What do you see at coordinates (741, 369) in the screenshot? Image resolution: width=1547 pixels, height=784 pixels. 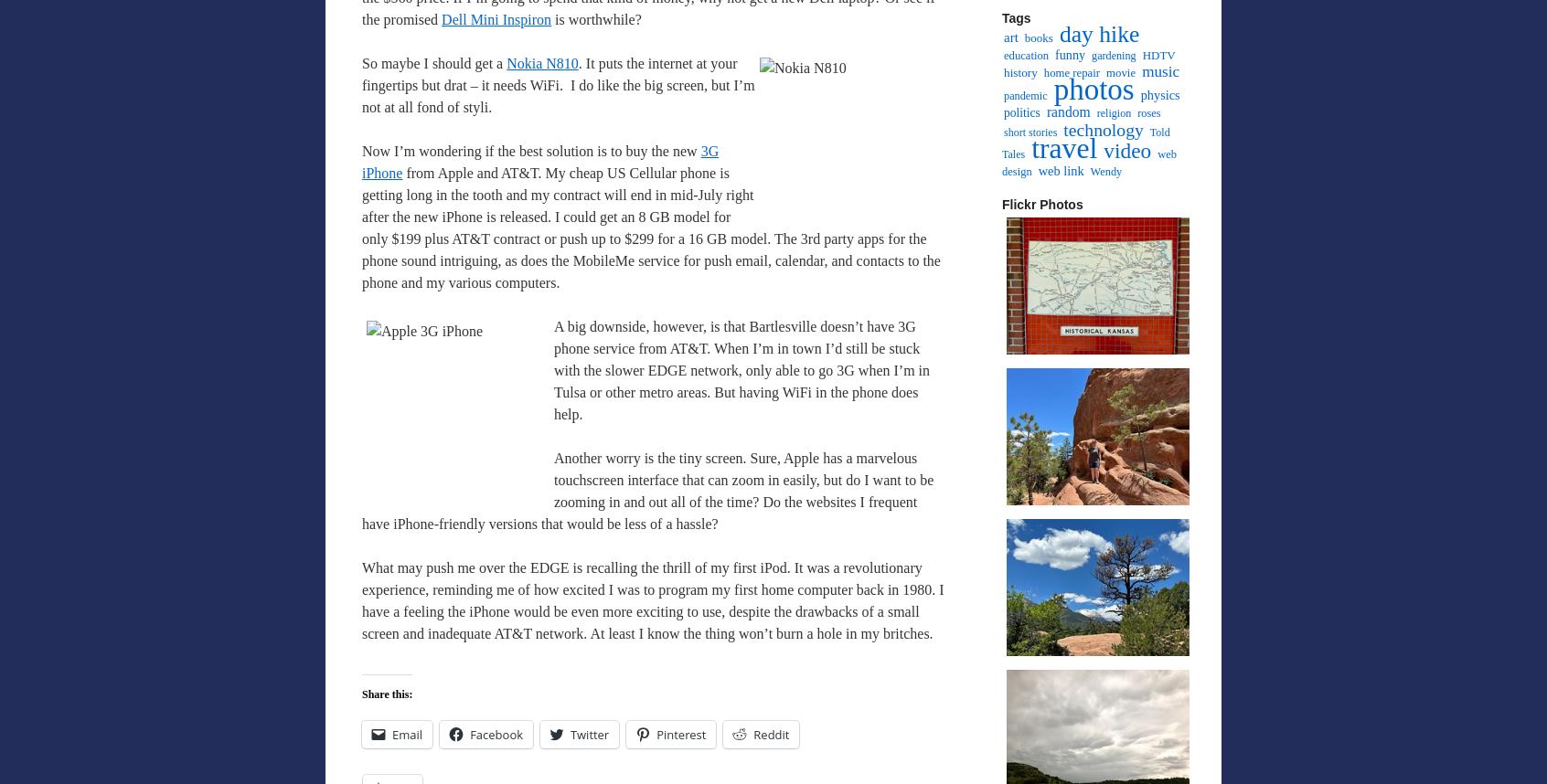 I see `'A big downside, however, is that Bartlesville doesn’t have 3G phone service from AT&T.  When I’m in town I’d still be stuck with the slower EDGE network, only able to go 3G when I’m in Tulsa or other metro areas.  But having WiFi in the phone does help.'` at bounding box center [741, 369].